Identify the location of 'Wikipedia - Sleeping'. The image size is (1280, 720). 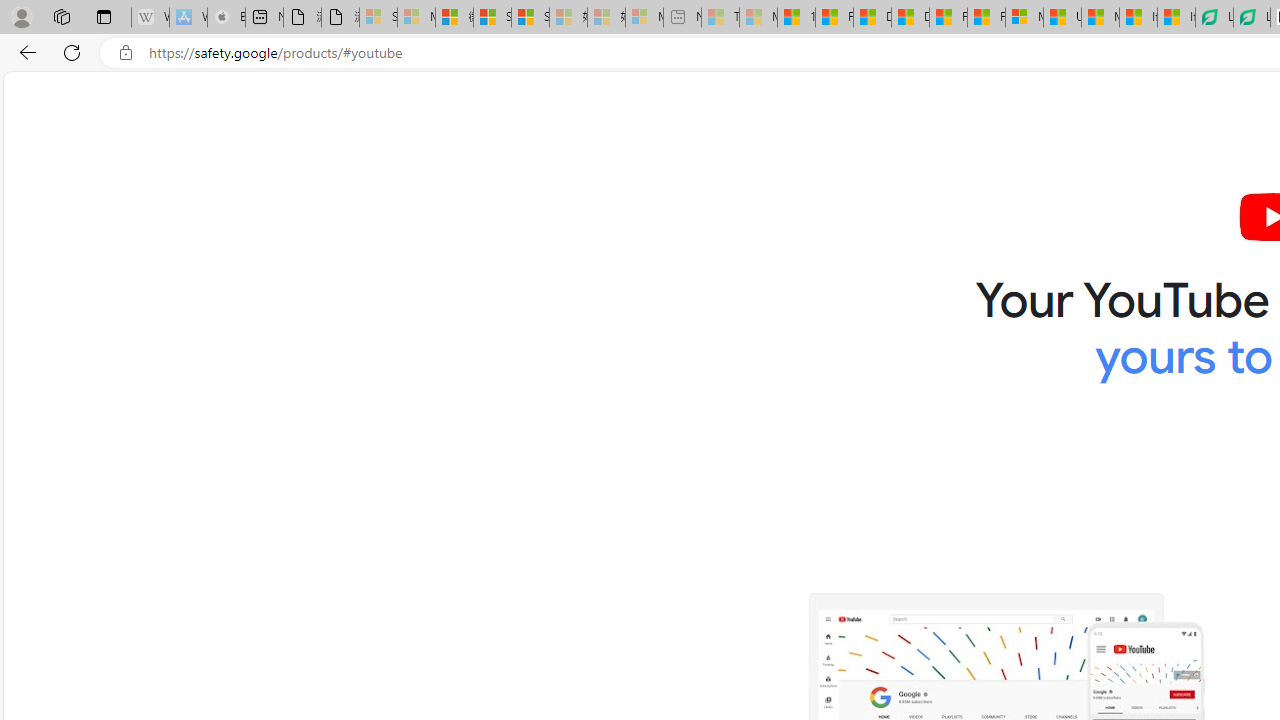
(149, 17).